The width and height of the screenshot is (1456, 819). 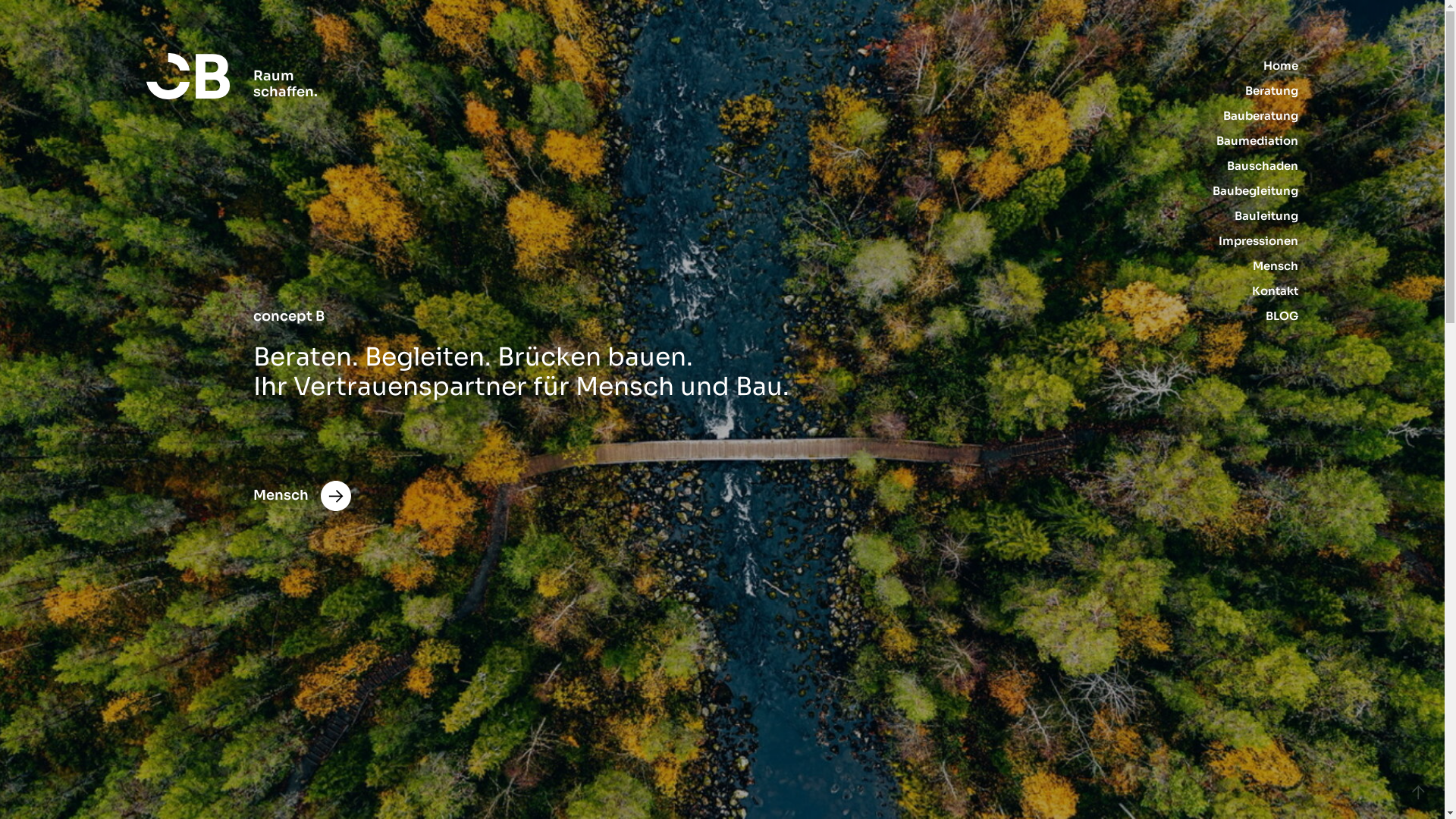 What do you see at coordinates (1263, 165) in the screenshot?
I see `'Bauschaden'` at bounding box center [1263, 165].